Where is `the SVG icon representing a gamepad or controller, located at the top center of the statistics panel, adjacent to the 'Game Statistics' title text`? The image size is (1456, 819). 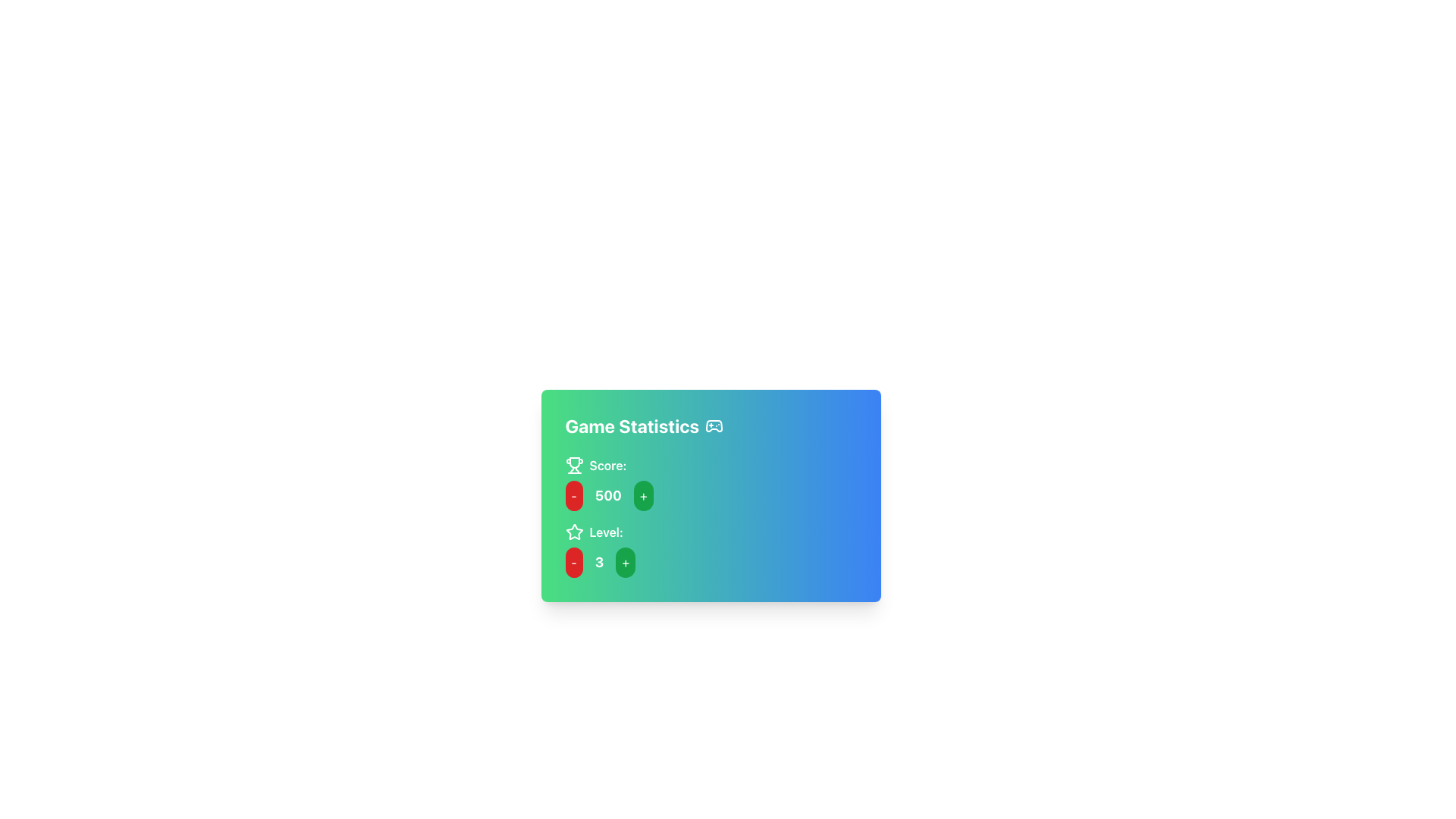
the SVG icon representing a gamepad or controller, located at the top center of the statistics panel, adjacent to the 'Game Statistics' title text is located at coordinates (714, 426).